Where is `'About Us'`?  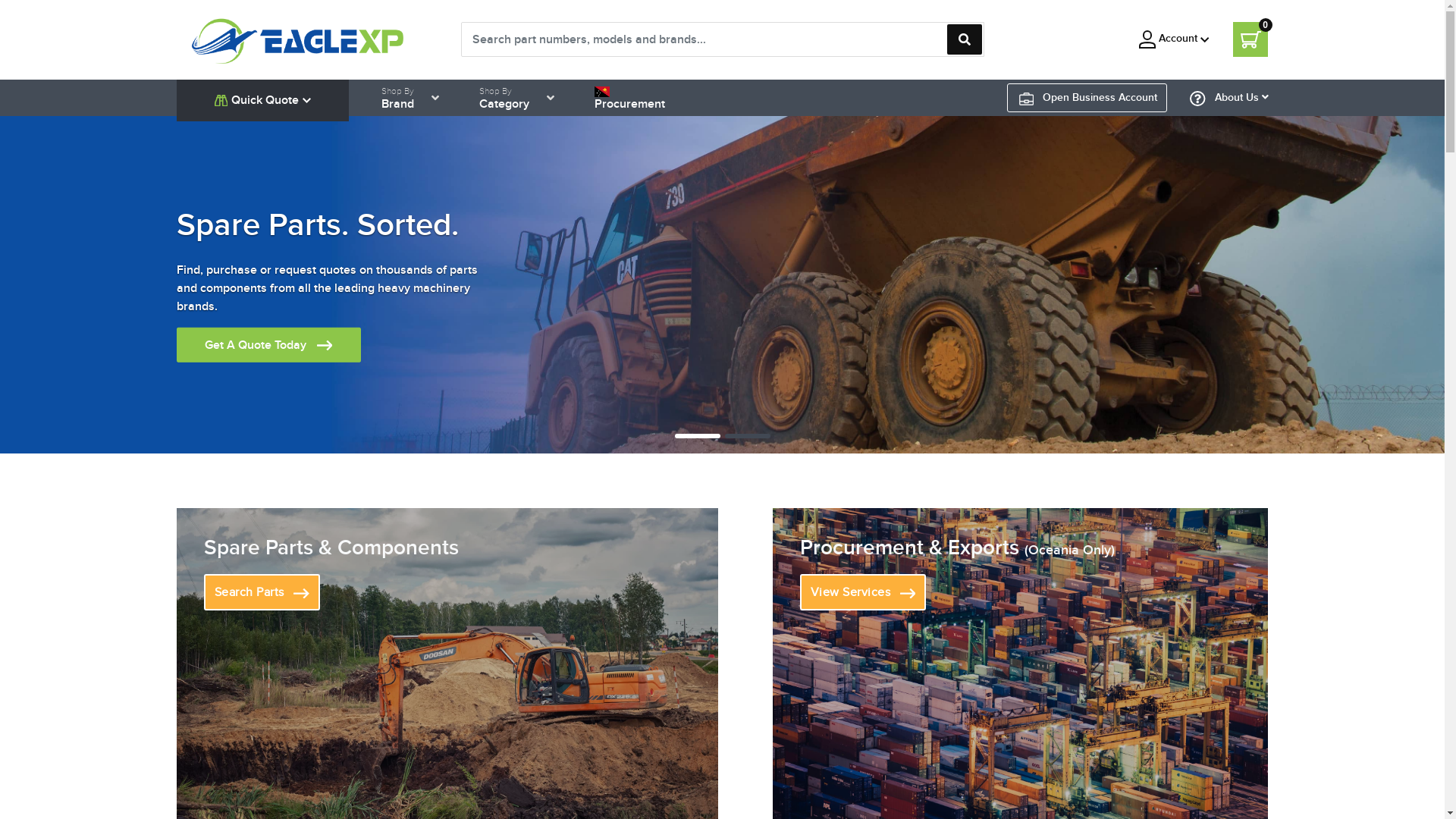
'About Us' is located at coordinates (1229, 97).